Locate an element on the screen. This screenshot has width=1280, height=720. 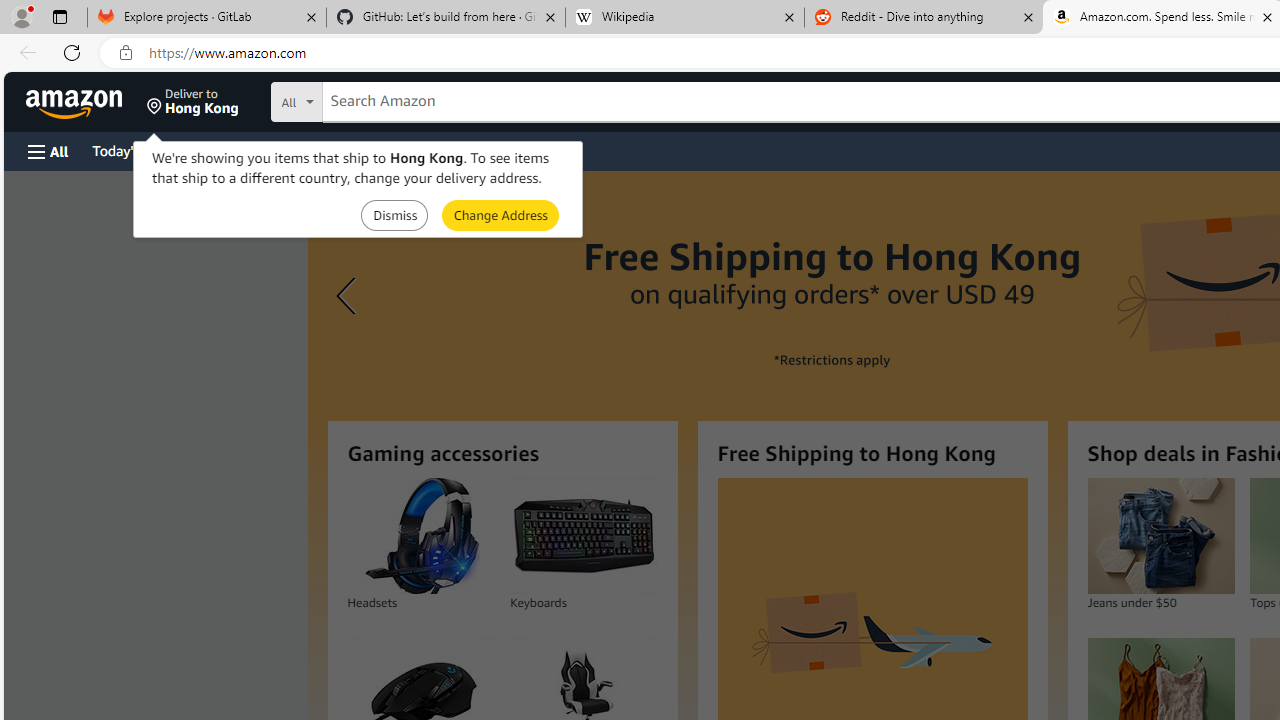
'Headsets' is located at coordinates (420, 535).